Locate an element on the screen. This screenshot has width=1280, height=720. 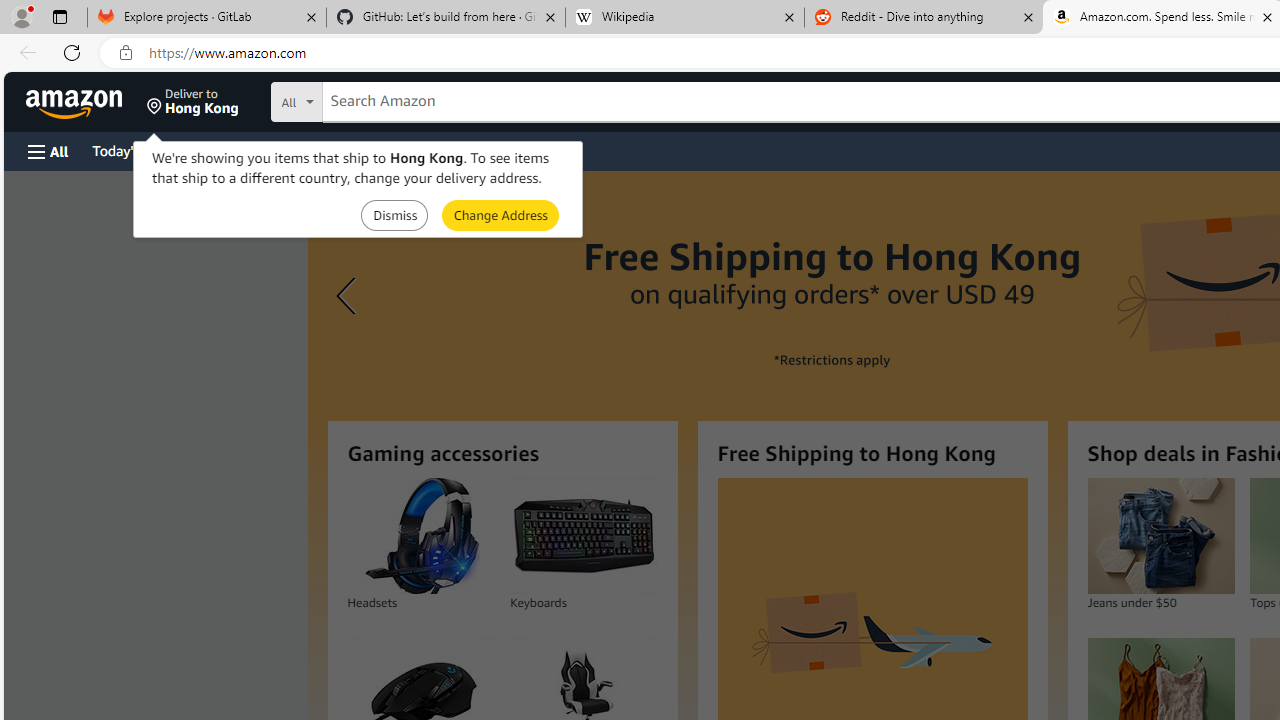
'Headsets' is located at coordinates (420, 535).